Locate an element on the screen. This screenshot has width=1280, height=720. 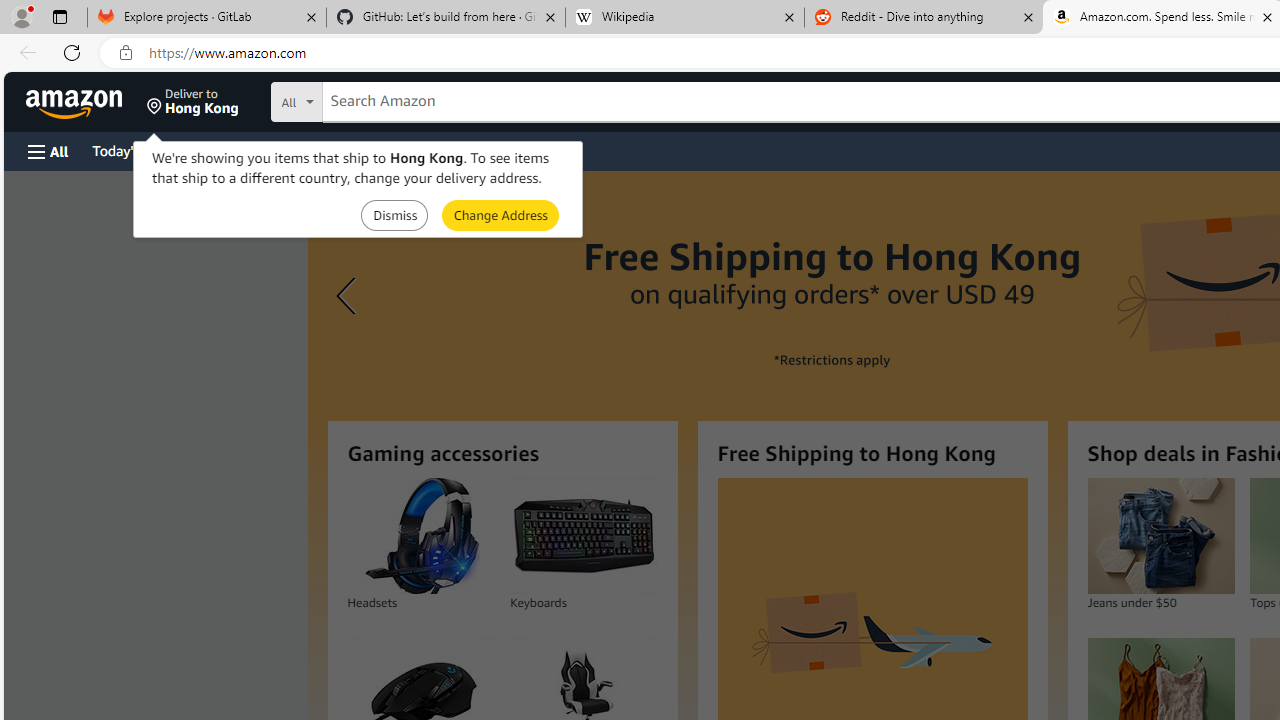
'Headsets' is located at coordinates (420, 535).